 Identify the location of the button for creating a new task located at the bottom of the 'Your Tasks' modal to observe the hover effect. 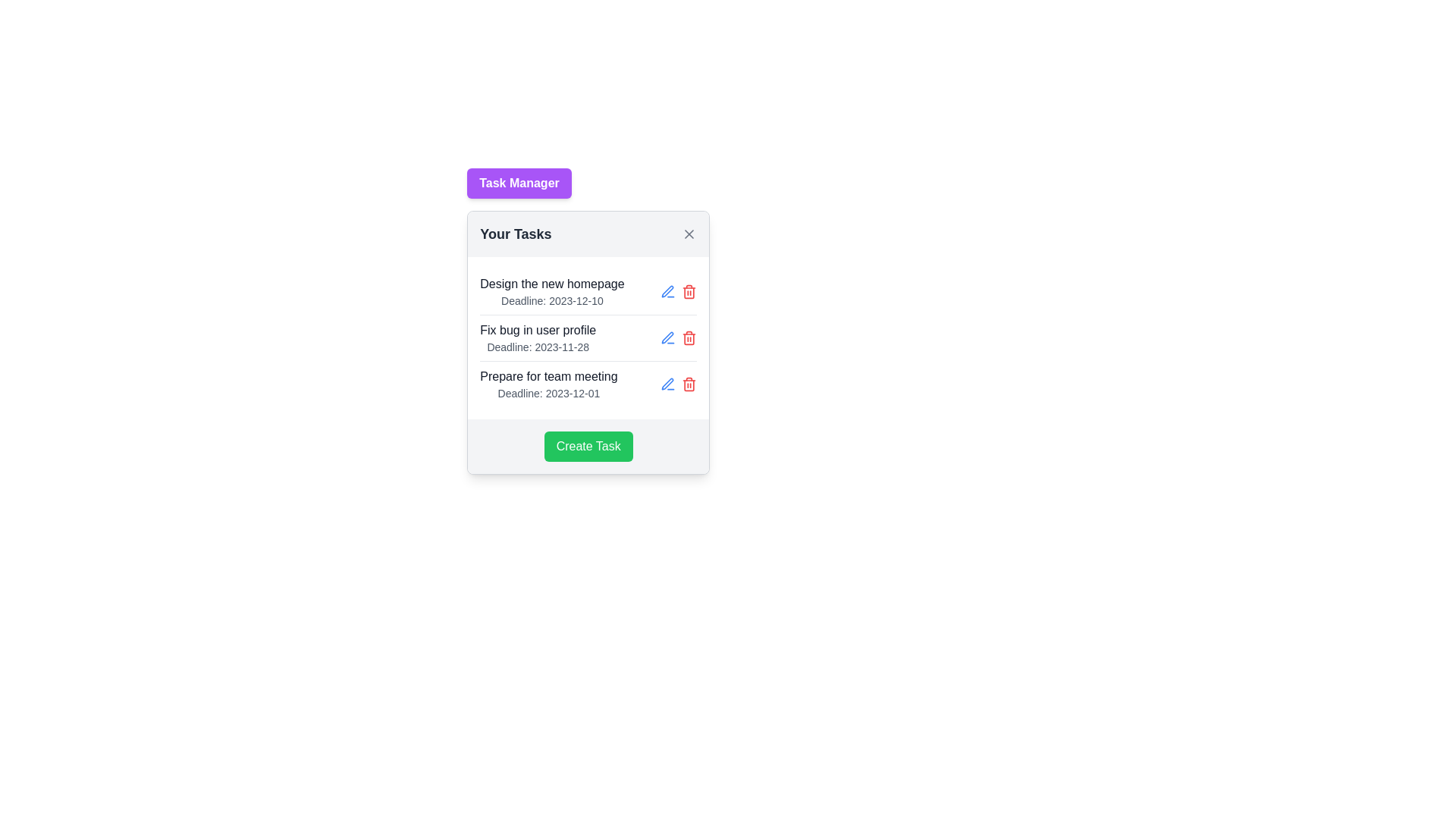
(588, 446).